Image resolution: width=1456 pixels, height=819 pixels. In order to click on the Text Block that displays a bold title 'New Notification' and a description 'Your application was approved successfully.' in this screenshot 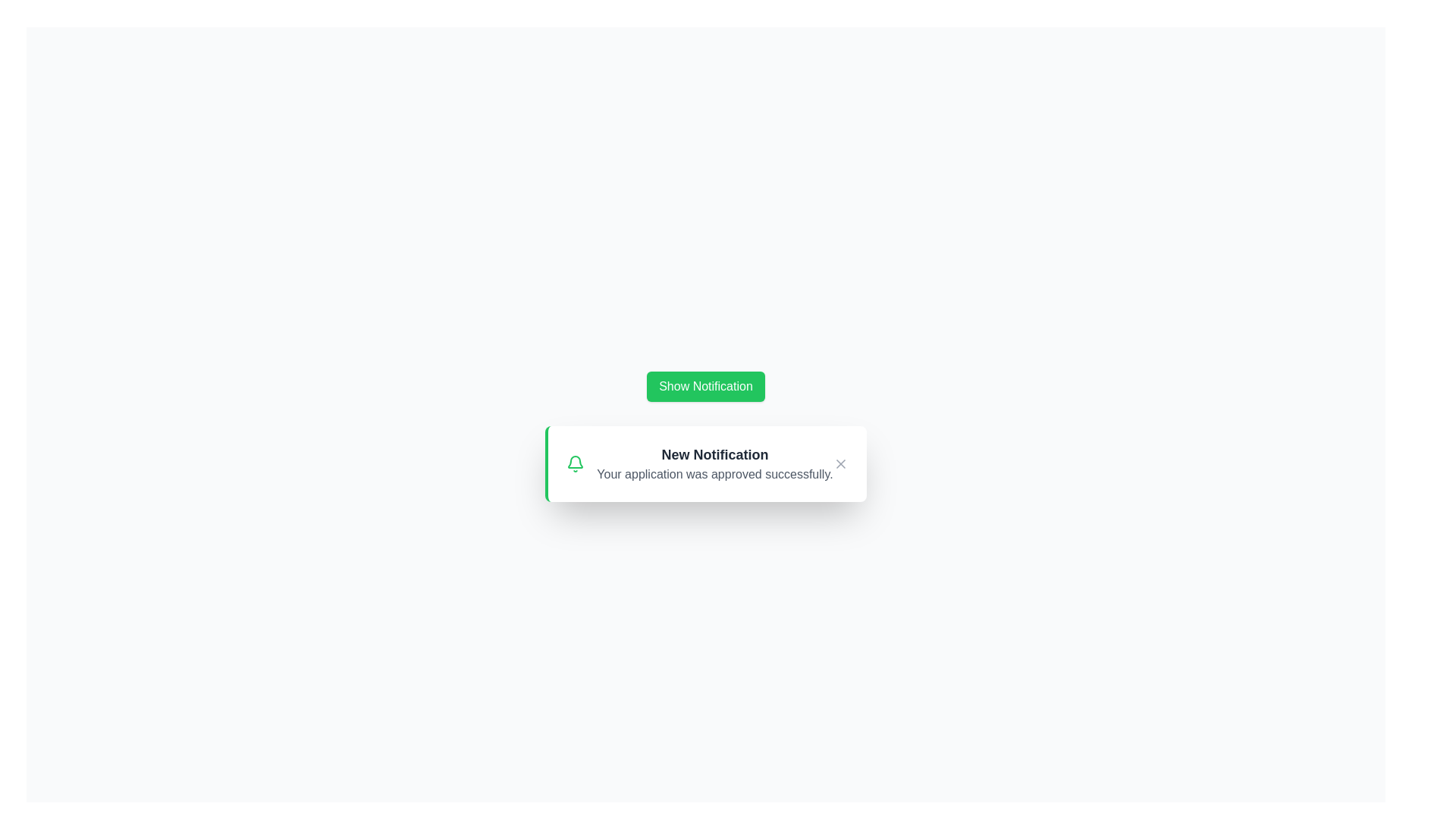, I will do `click(714, 463)`.